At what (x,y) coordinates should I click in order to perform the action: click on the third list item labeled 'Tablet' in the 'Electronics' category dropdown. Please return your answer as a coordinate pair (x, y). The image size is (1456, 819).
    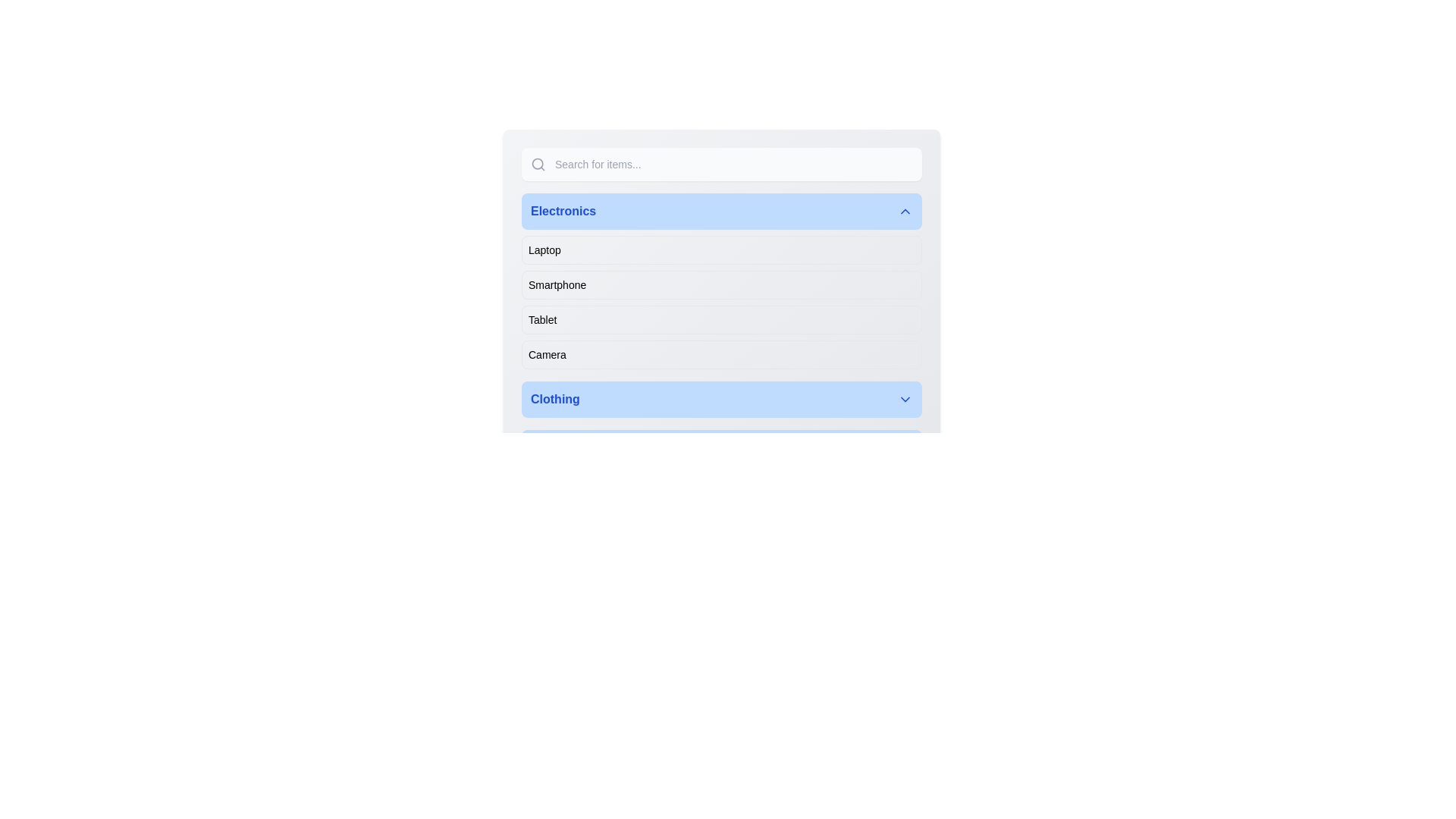
    Looking at the image, I should click on (720, 318).